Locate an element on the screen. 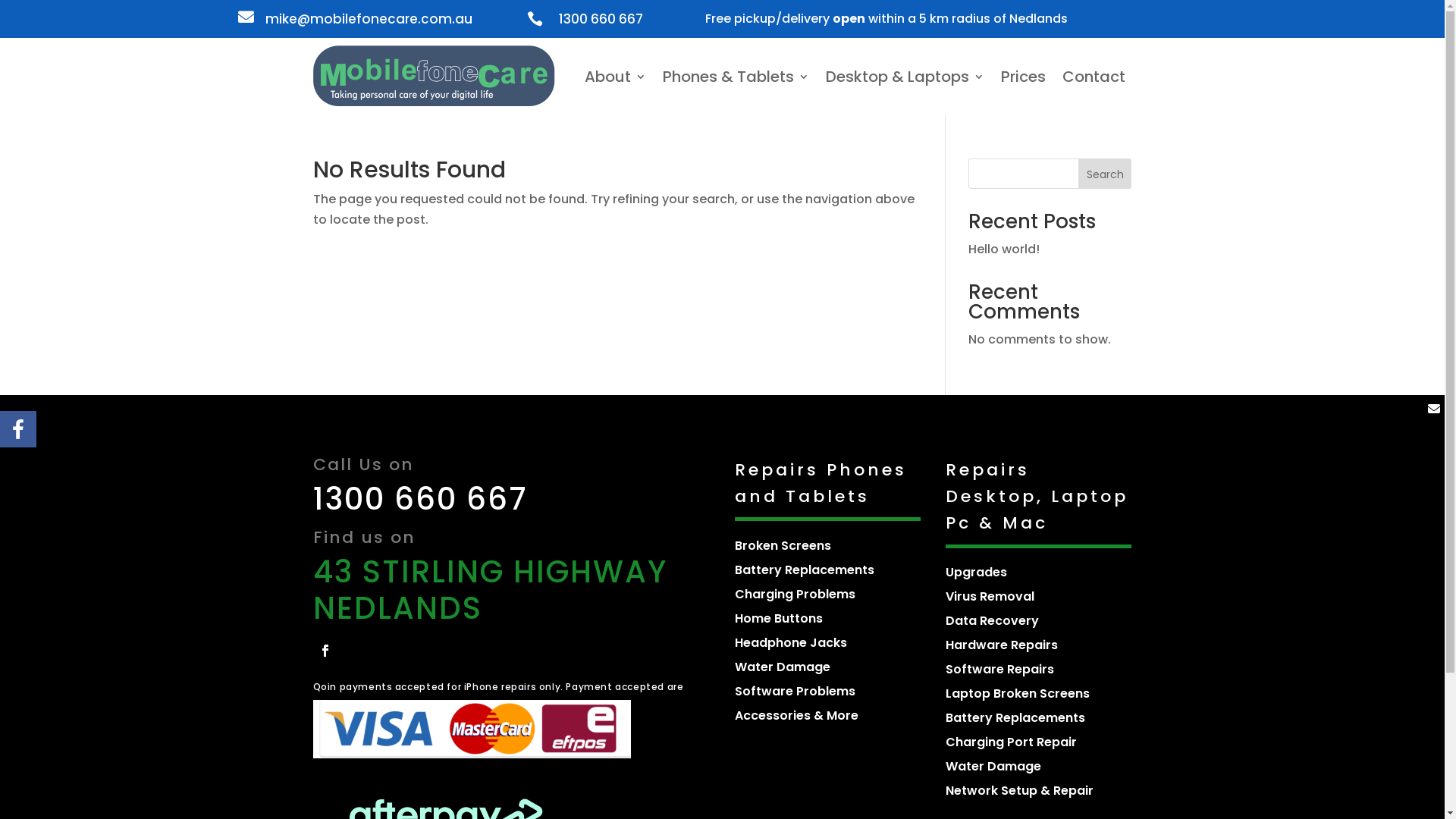 Image resolution: width=1456 pixels, height=819 pixels. 'Contact' is located at coordinates (1093, 76).